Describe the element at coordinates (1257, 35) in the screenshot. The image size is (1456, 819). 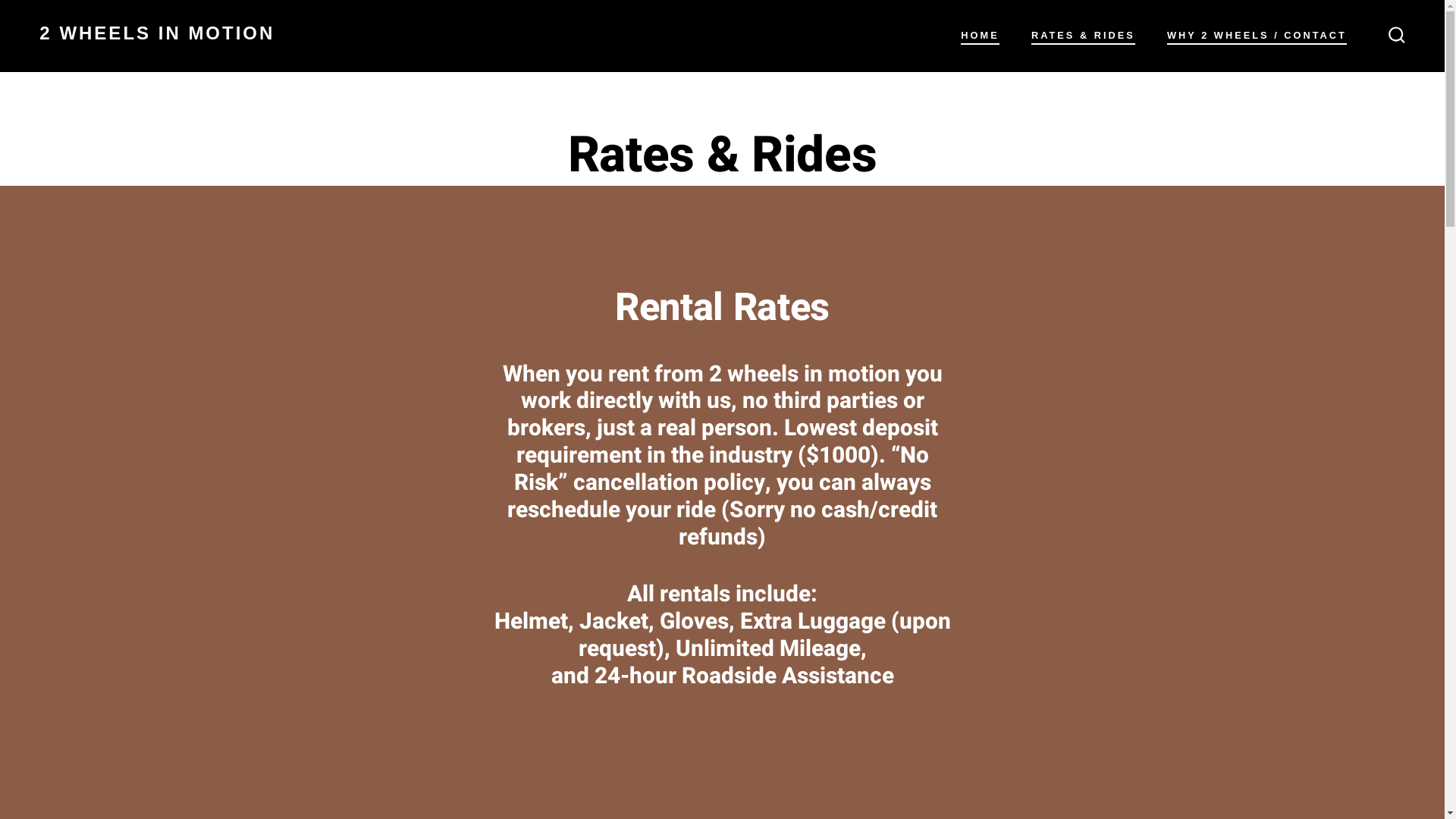
I see `'WHY 2 WHEELS / CONTACT'` at that location.